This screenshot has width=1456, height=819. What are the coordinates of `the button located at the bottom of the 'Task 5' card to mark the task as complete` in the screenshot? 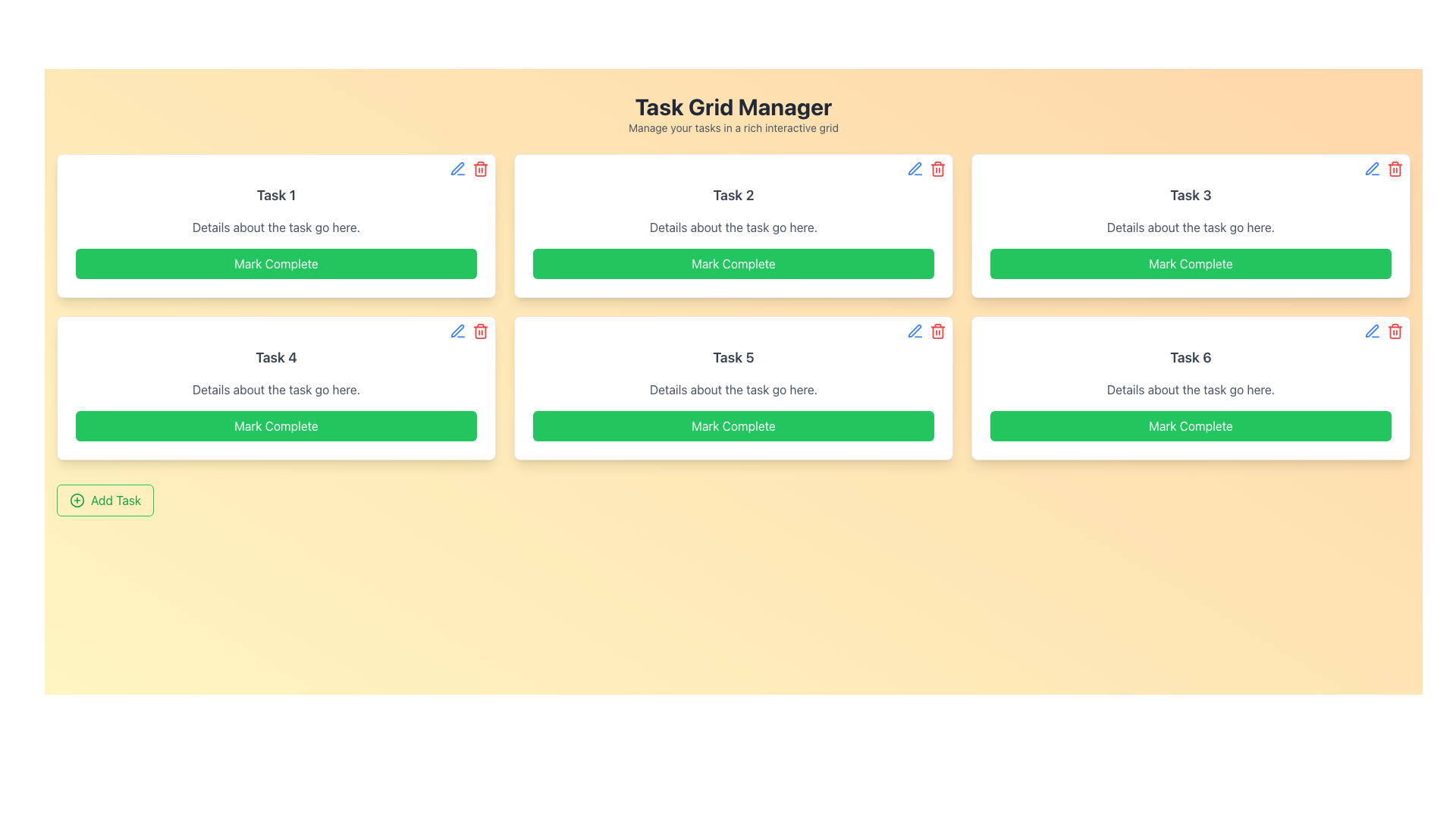 It's located at (733, 426).